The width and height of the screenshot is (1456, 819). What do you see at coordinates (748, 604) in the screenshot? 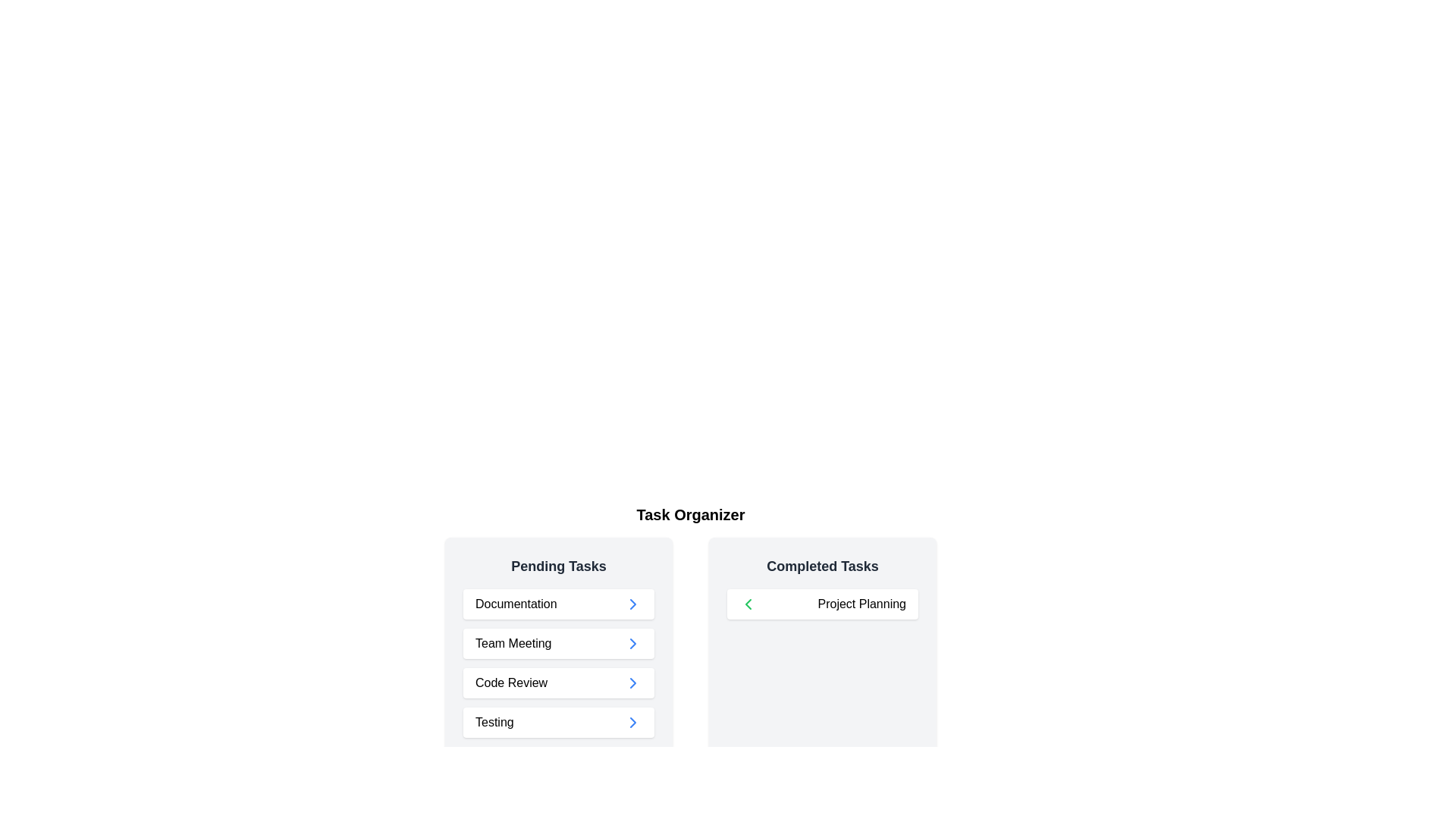
I see `the left arrow button next to the task 'Project Planning' in the 'Completed Tasks' section to move it to 'Pending Tasks'` at bounding box center [748, 604].